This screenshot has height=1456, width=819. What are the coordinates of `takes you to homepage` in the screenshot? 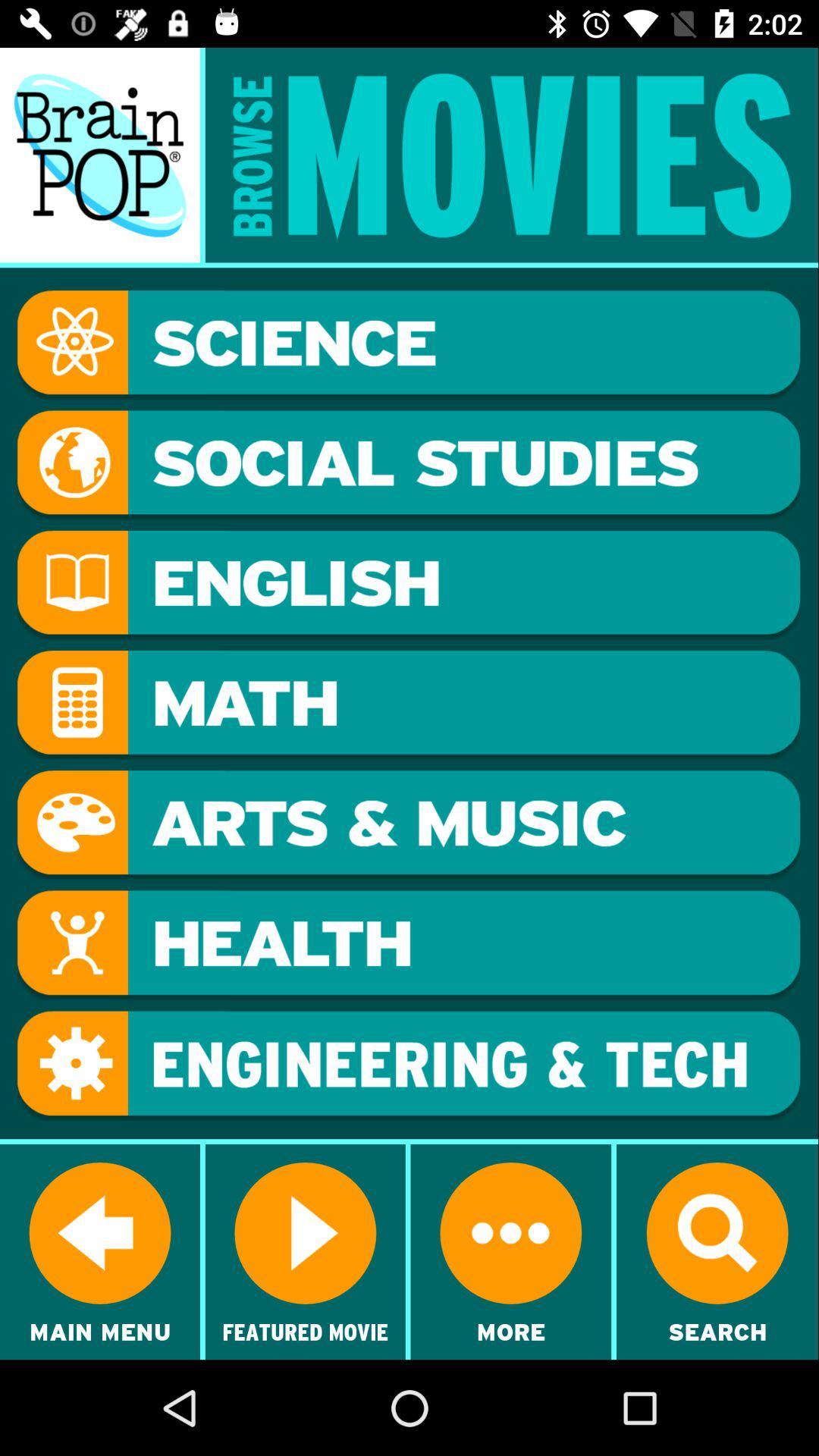 It's located at (99, 155).